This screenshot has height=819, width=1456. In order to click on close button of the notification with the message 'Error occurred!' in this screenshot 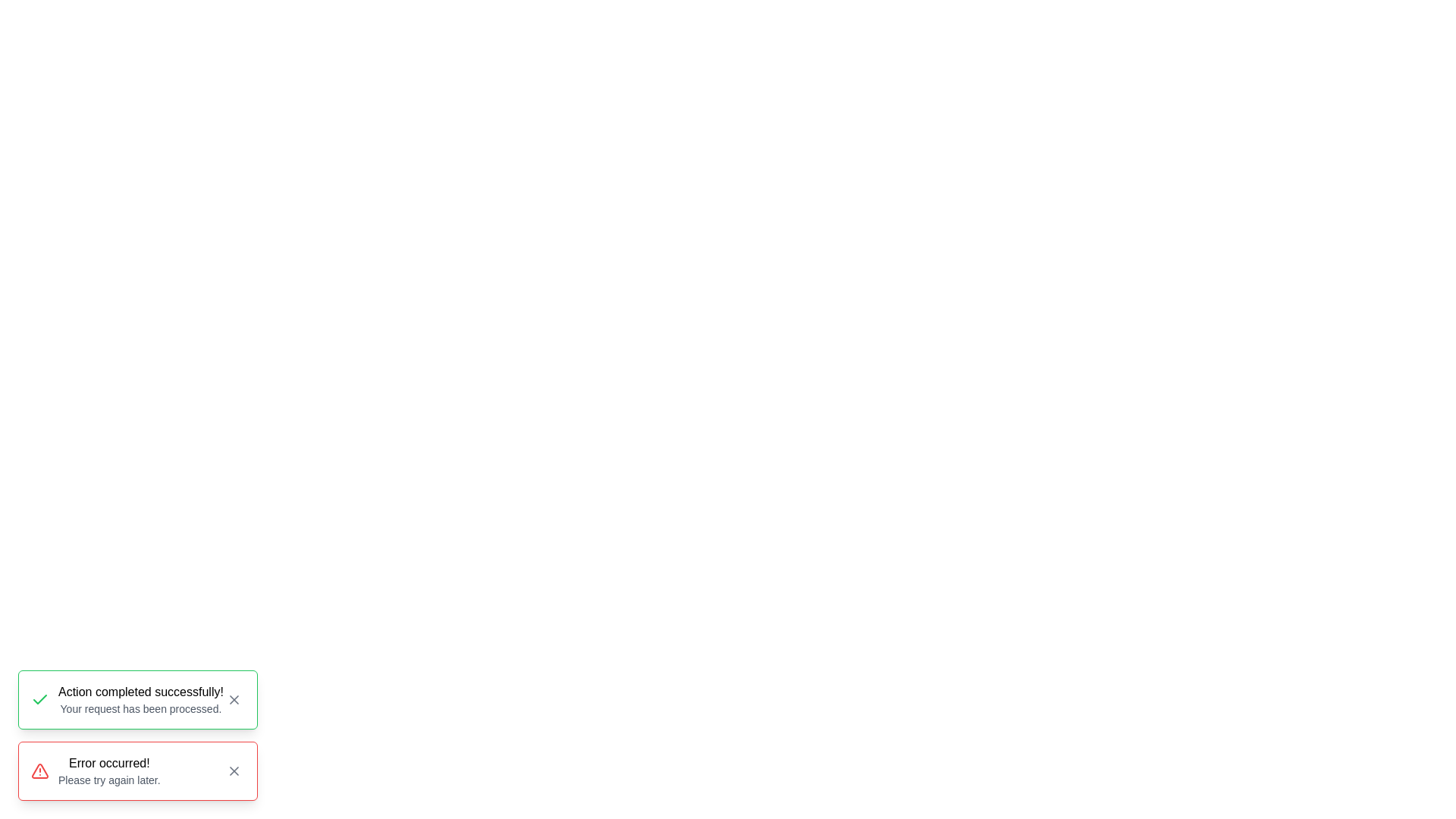, I will do `click(233, 771)`.